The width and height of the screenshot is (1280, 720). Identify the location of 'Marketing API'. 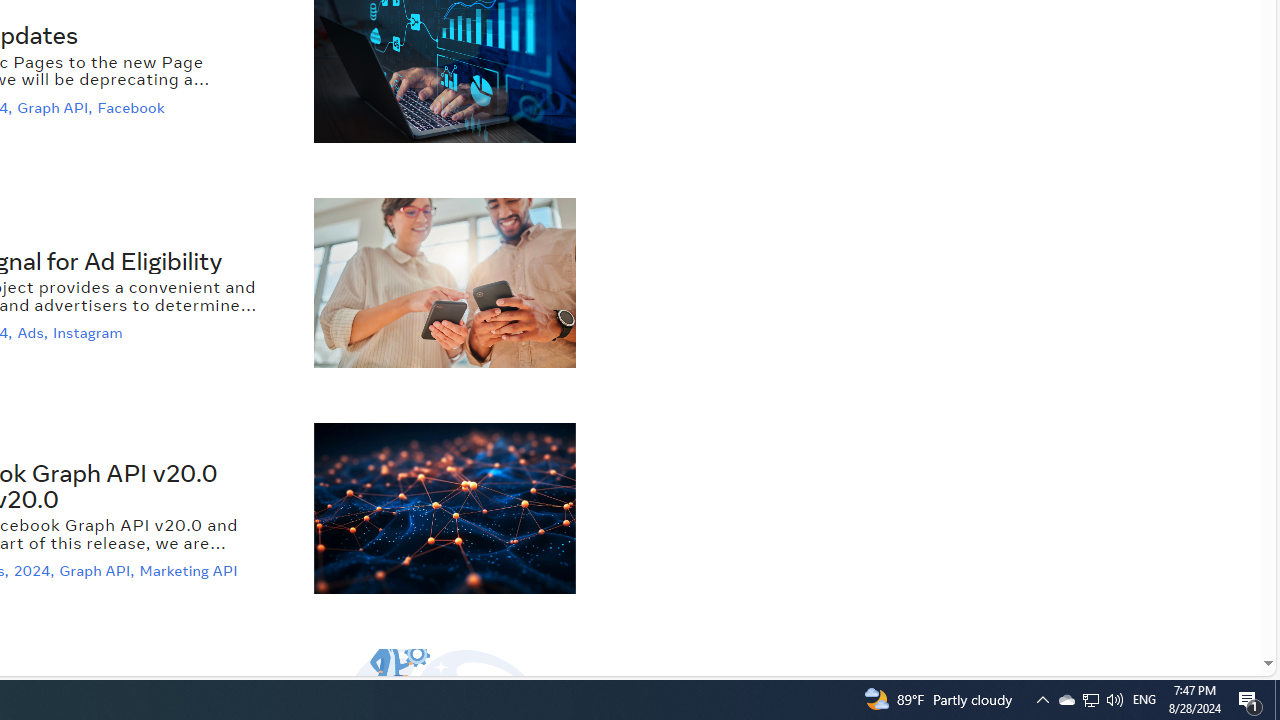
(191, 571).